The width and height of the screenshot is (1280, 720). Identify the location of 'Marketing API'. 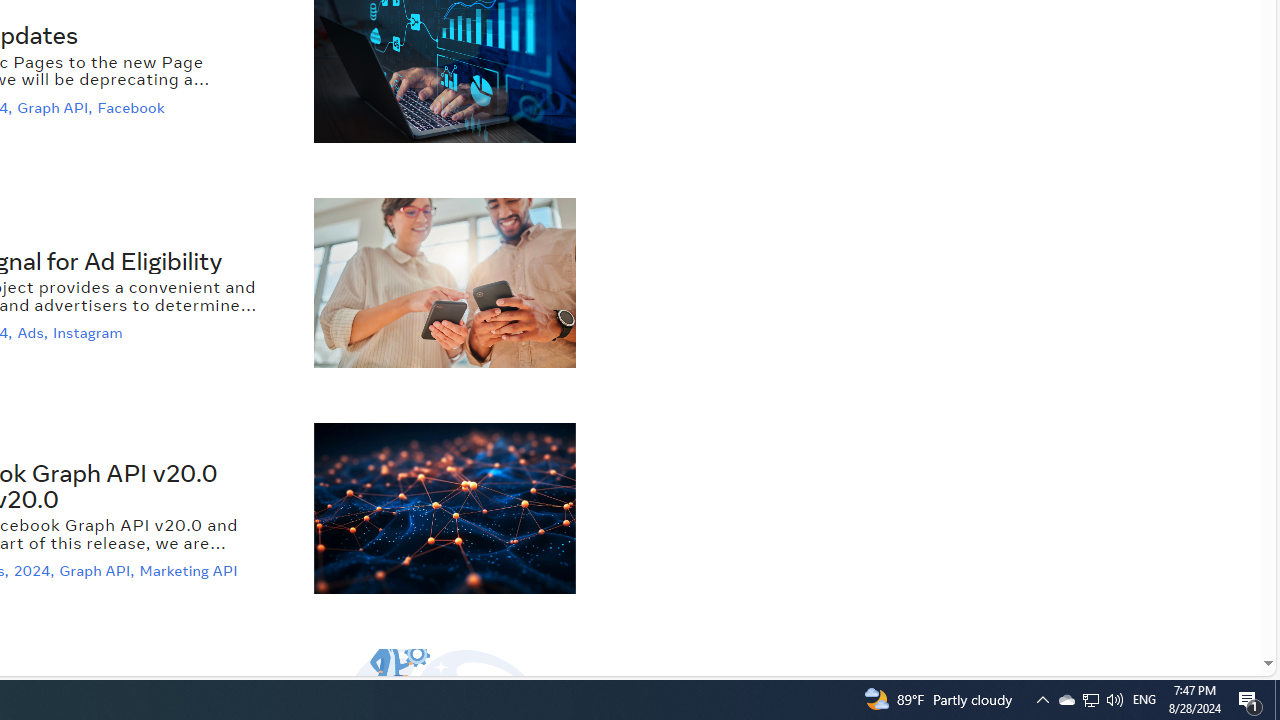
(191, 571).